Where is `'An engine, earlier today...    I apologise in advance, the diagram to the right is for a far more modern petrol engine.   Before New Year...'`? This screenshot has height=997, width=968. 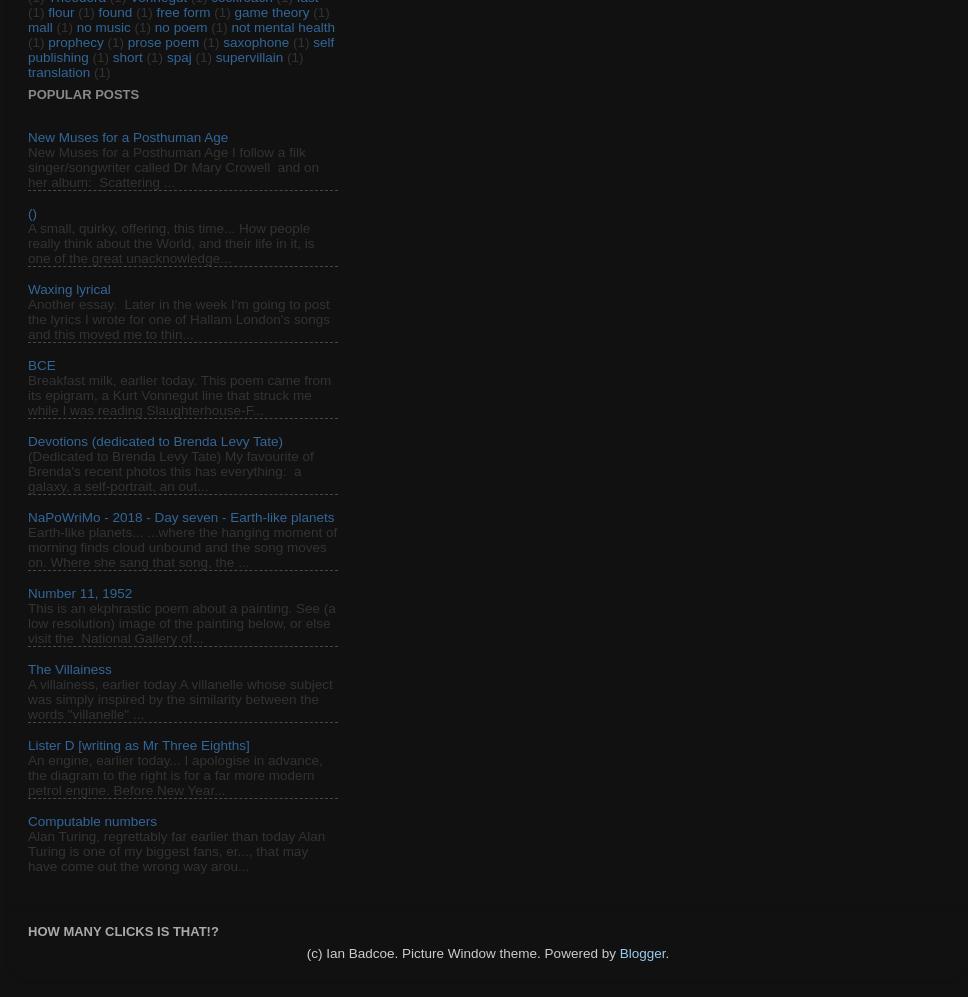 'An engine, earlier today...    I apologise in advance, the diagram to the right is for a far more modern petrol engine.   Before New Year...' is located at coordinates (175, 774).